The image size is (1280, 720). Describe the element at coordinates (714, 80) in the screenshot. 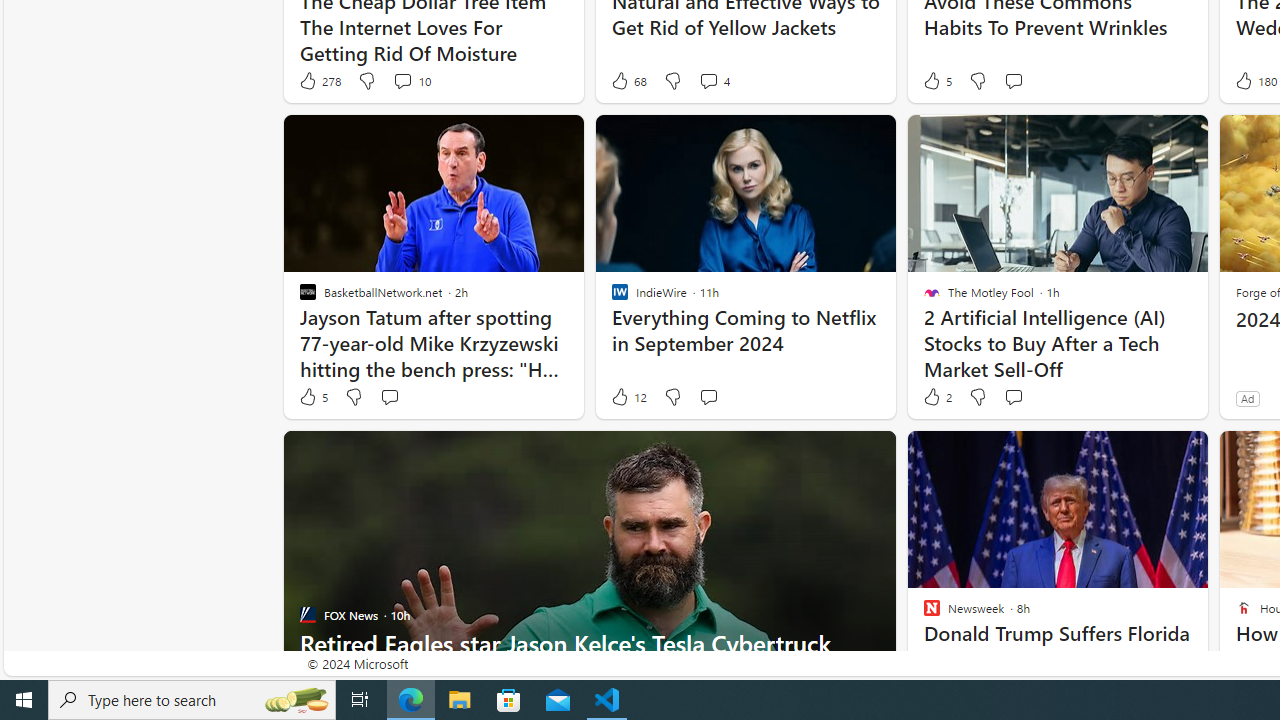

I see `'View comments 4 Comment'` at that location.